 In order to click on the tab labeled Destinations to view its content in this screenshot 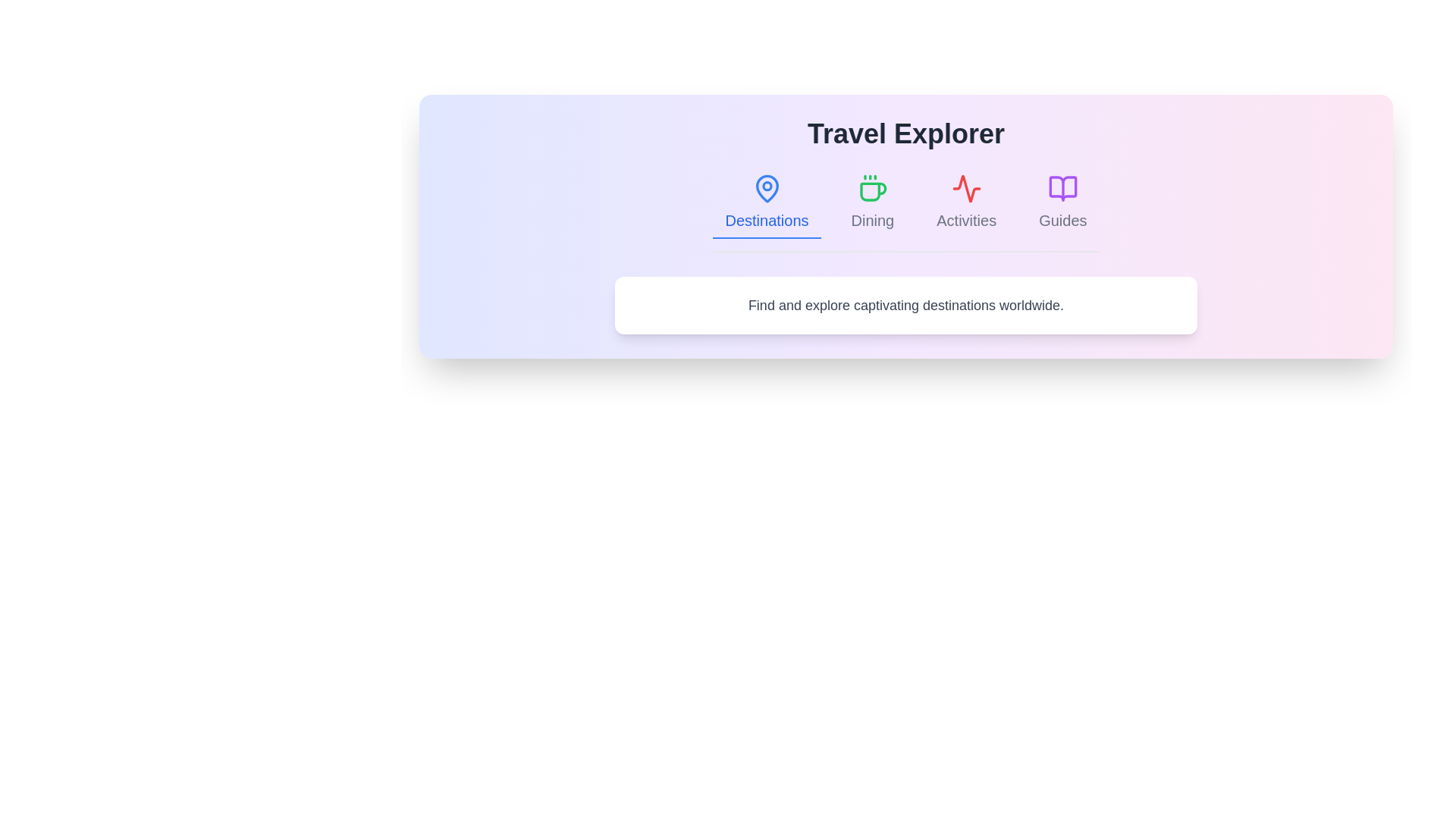, I will do `click(767, 202)`.